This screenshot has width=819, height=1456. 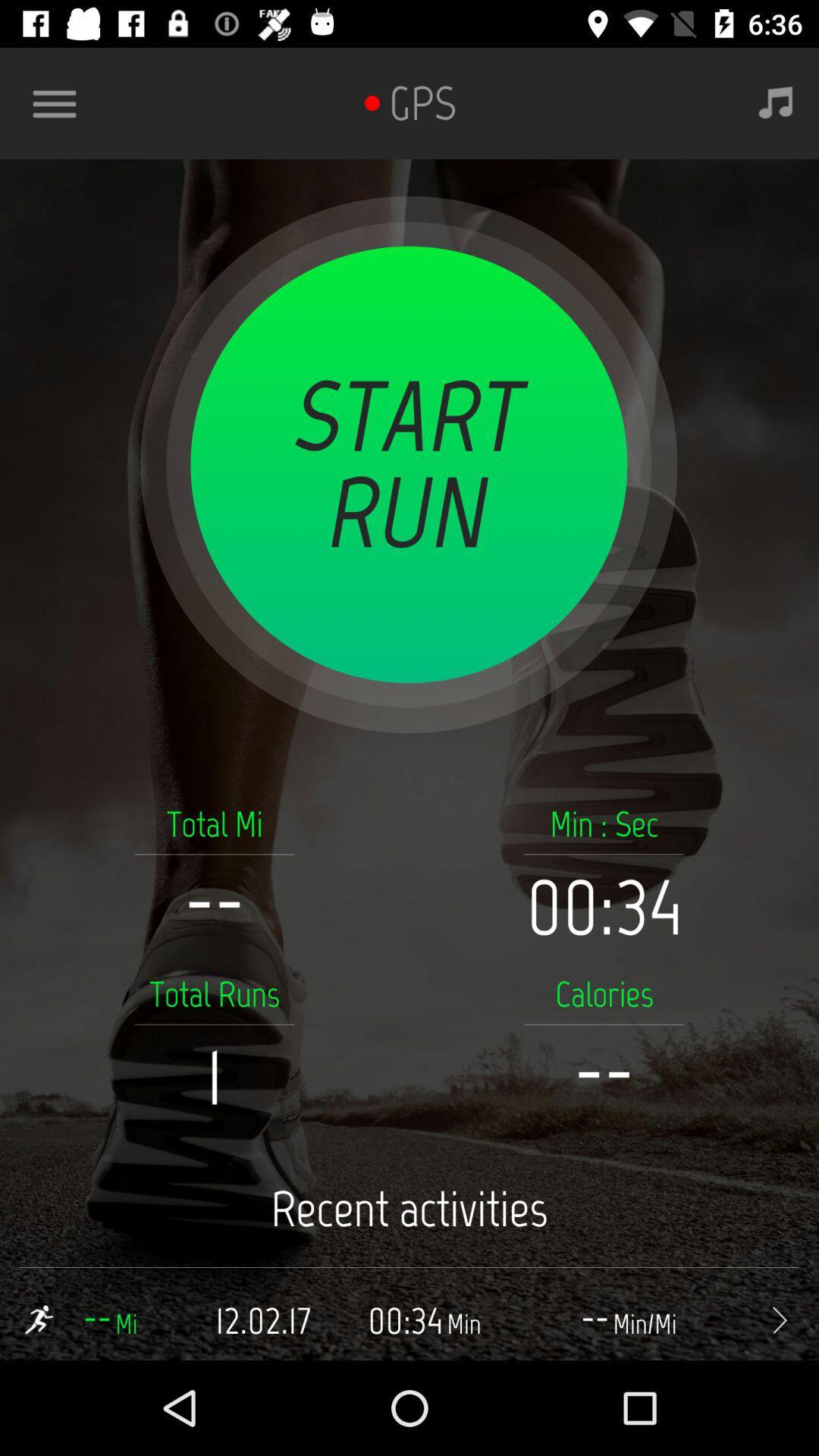 What do you see at coordinates (60, 102) in the screenshot?
I see `settings` at bounding box center [60, 102].